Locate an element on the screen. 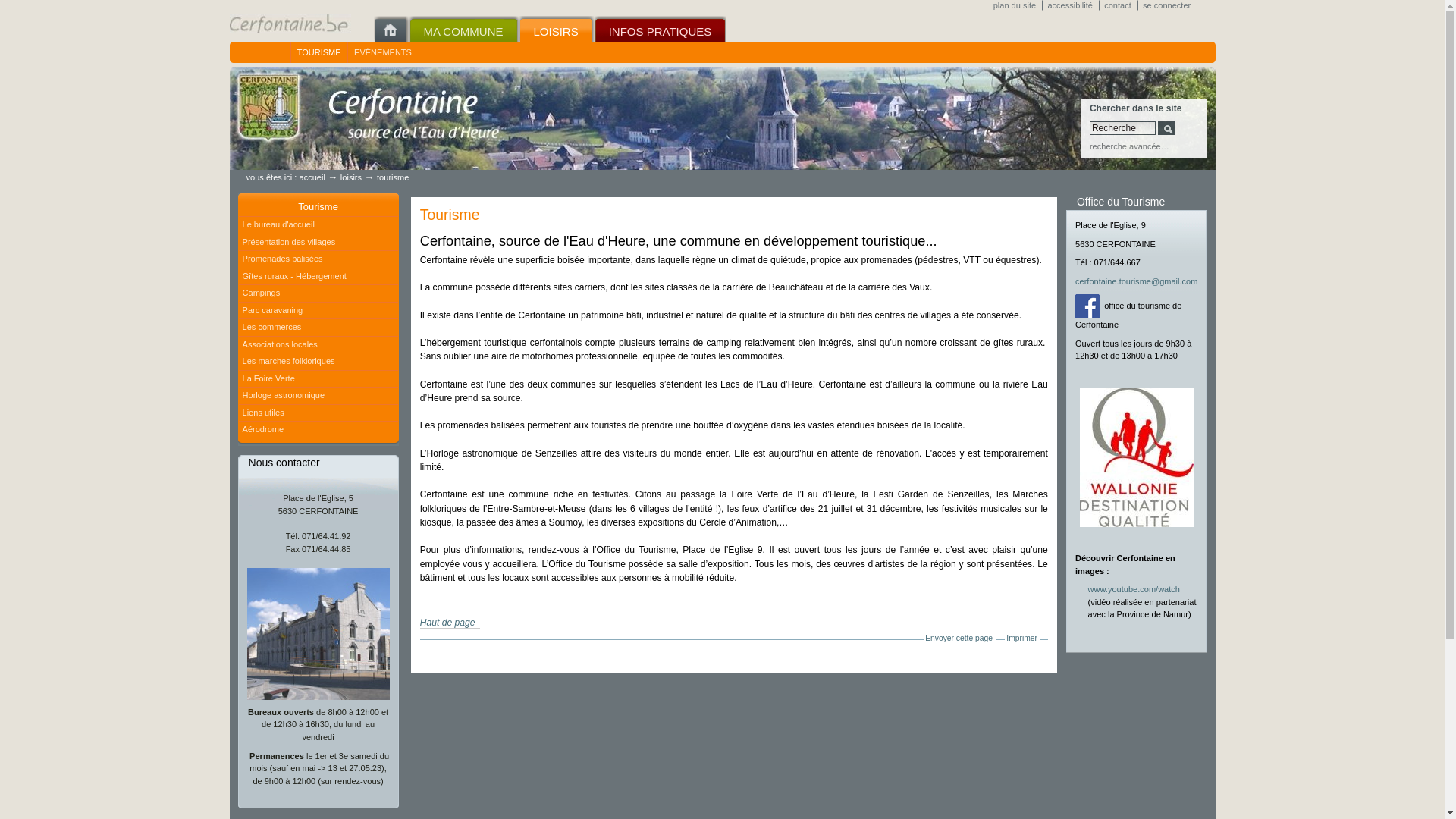  'Envoyer cette page' is located at coordinates (958, 638).